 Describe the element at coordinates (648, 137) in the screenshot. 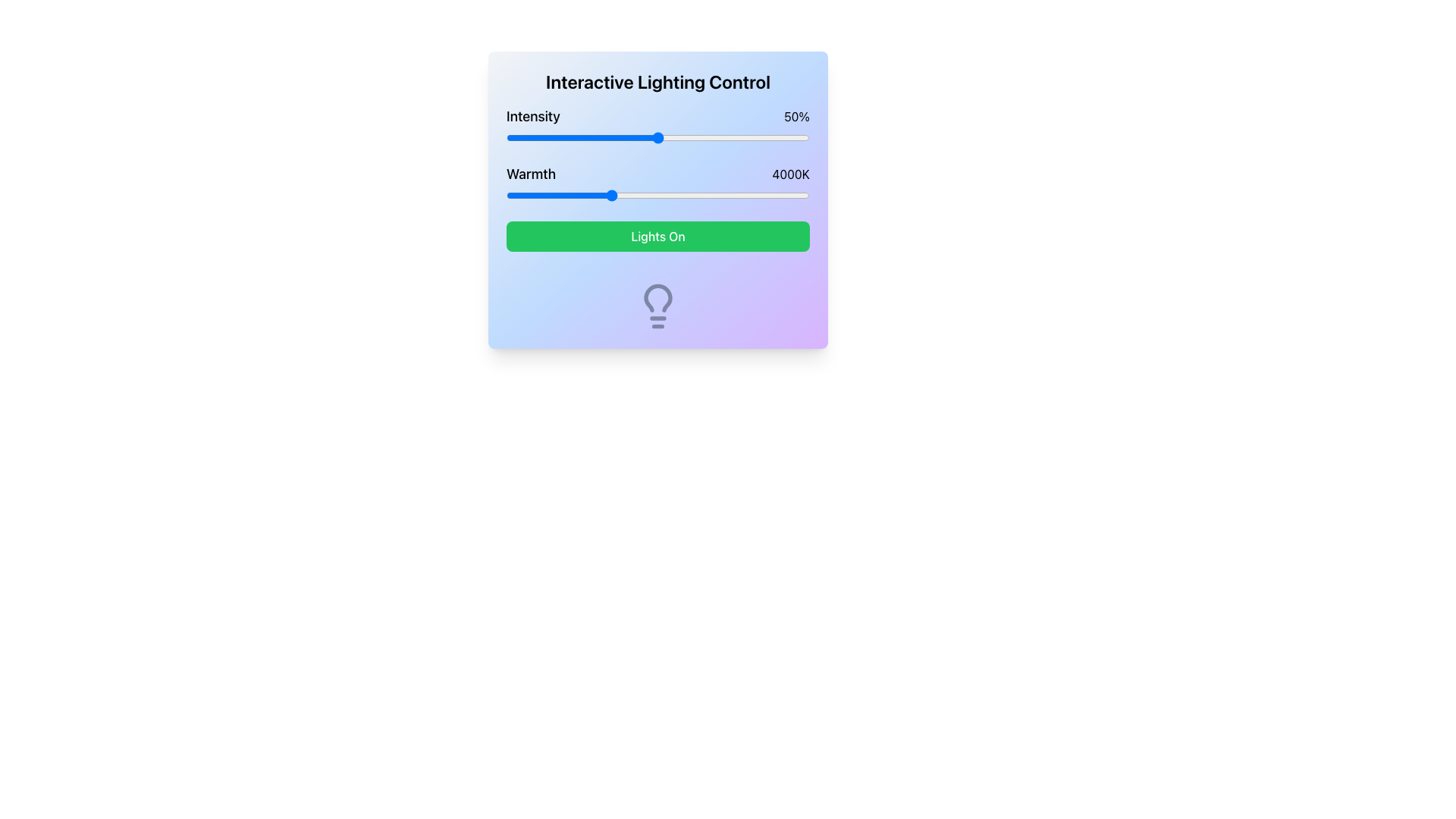

I see `the slider value` at that location.